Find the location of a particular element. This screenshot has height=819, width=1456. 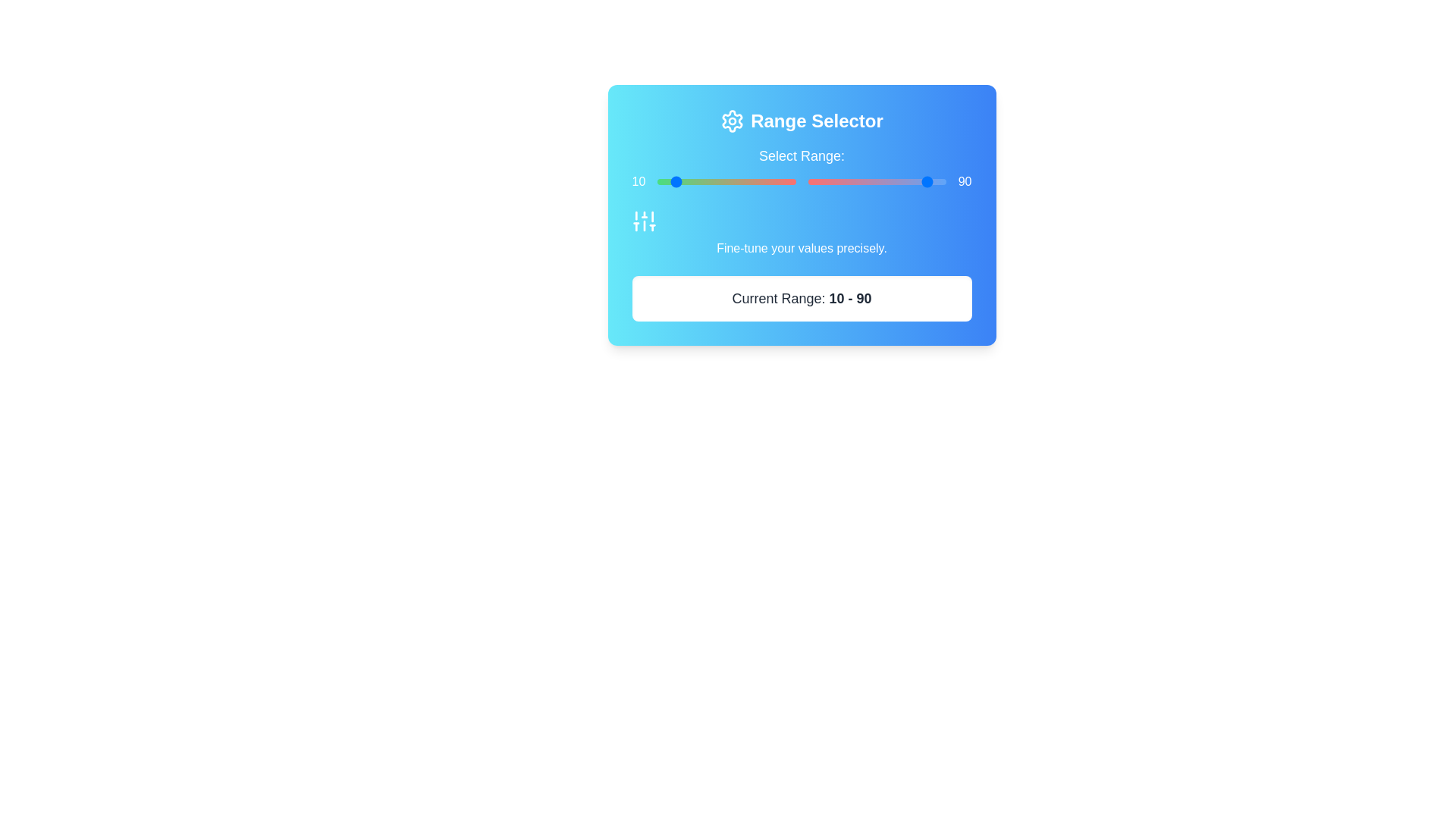

the slider to set the value to 57 is located at coordinates (821, 180).